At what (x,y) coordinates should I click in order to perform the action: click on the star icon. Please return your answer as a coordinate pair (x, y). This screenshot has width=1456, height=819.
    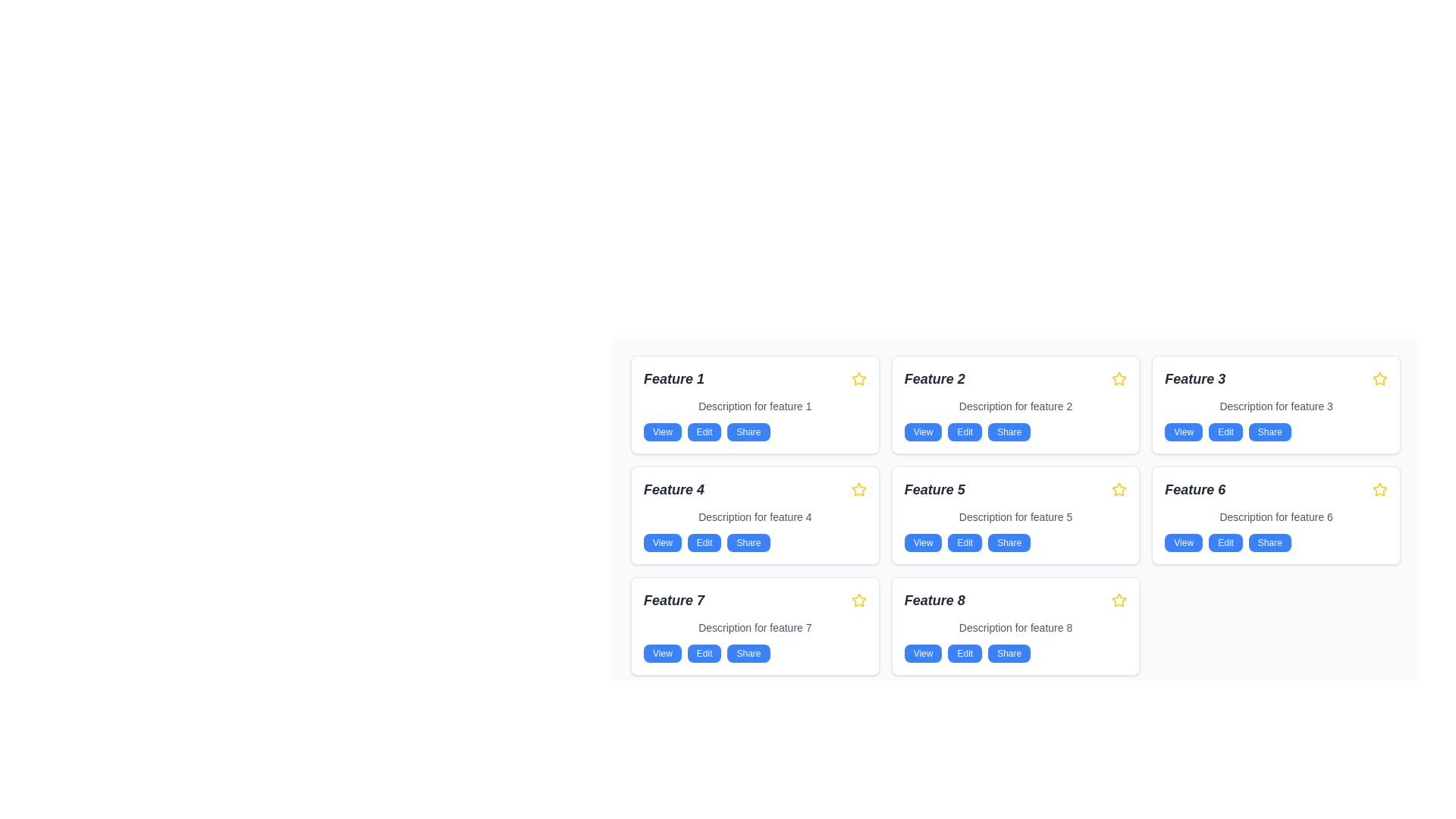
    Looking at the image, I should click on (1119, 599).